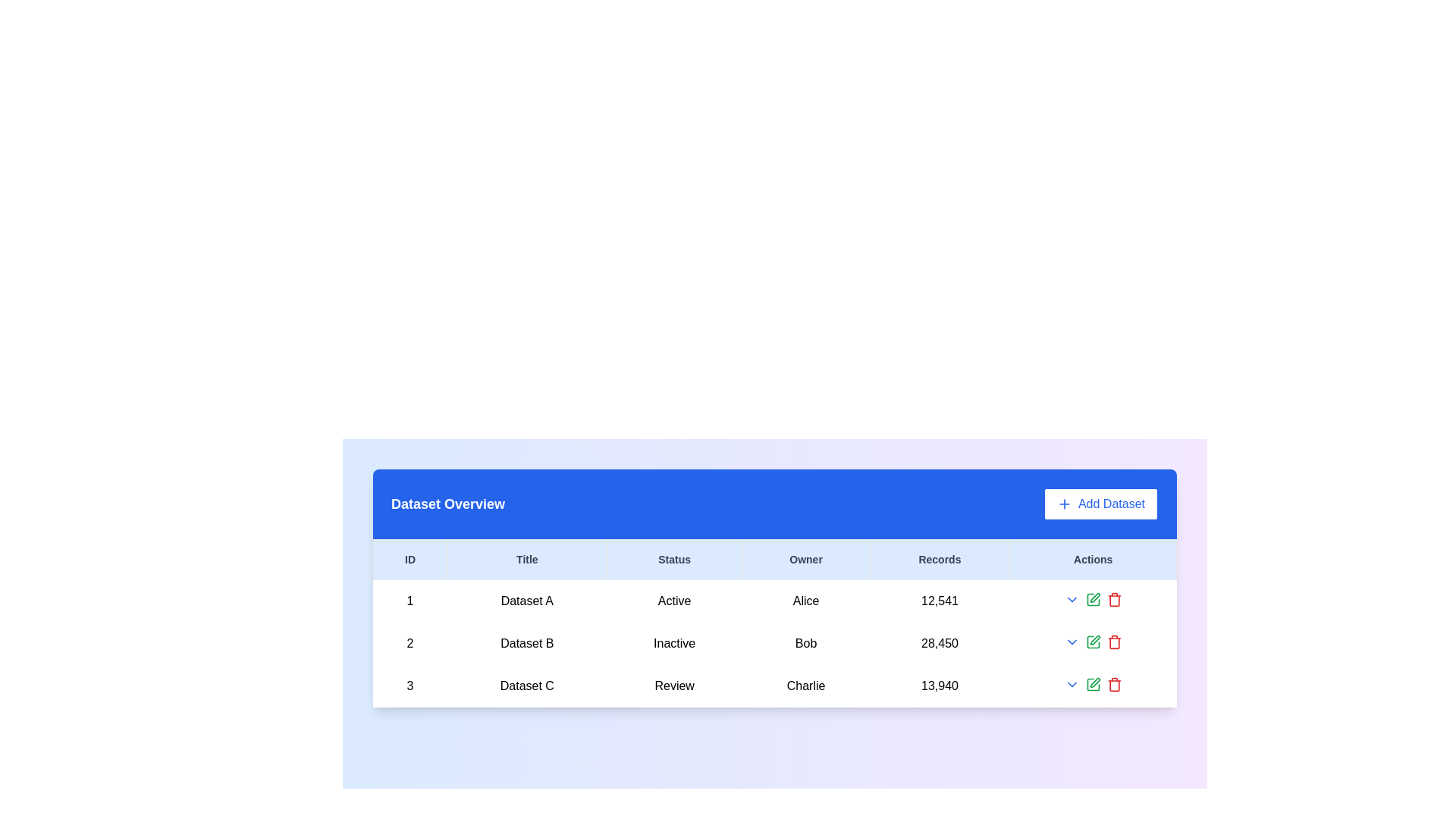 This screenshot has width=1456, height=819. Describe the element at coordinates (805, 686) in the screenshot. I see `the text label indicating the owner of the dataset titled 'Dataset C' located in the 'Owner' column of the third row of the table` at that location.